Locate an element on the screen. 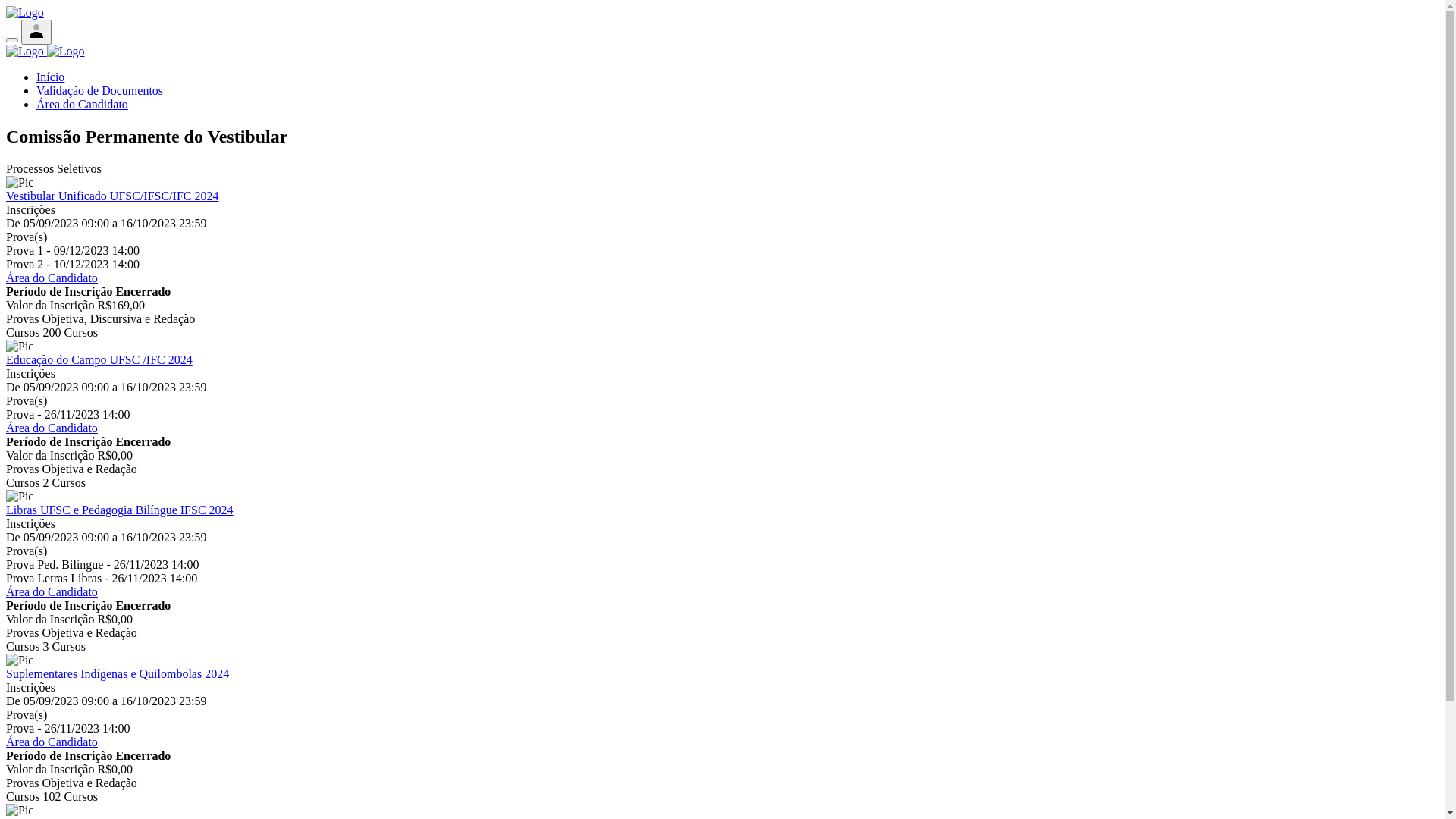  'Vestibular Unificado UFSC/IFSC/IFC 2024' is located at coordinates (111, 195).